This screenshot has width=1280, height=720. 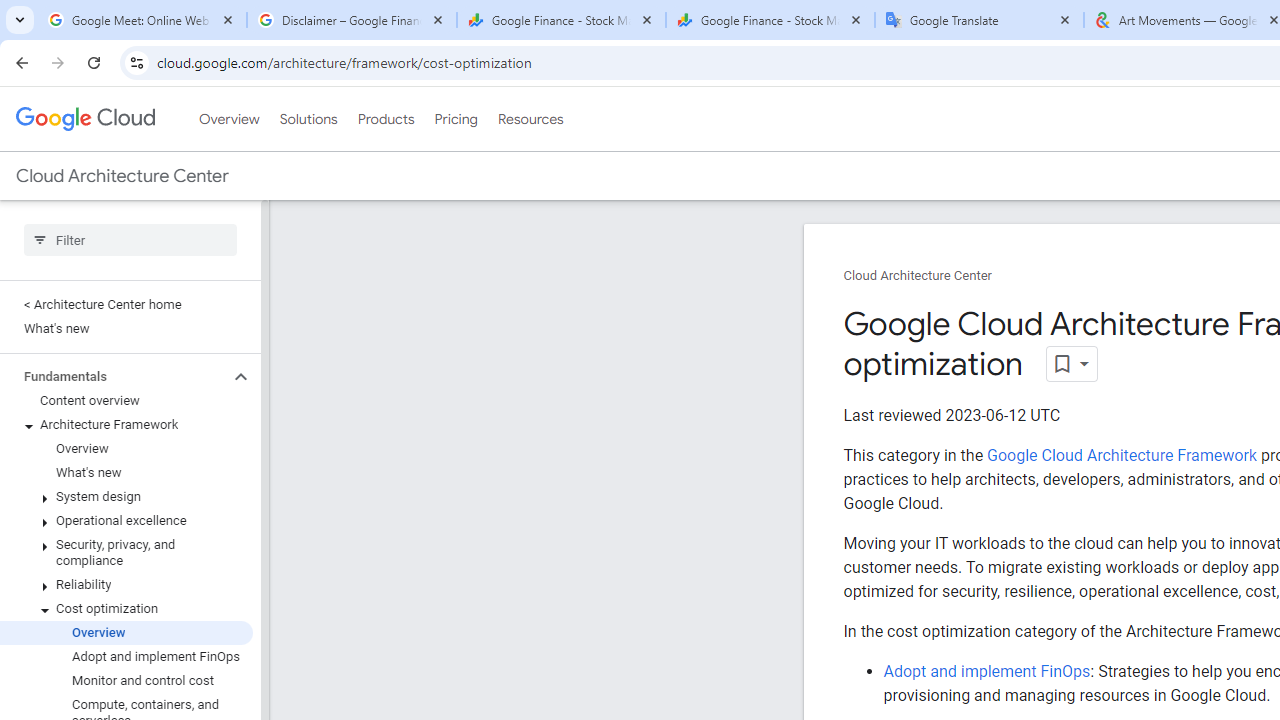 I want to click on 'Security, privacy, and compliance', so click(x=125, y=552).